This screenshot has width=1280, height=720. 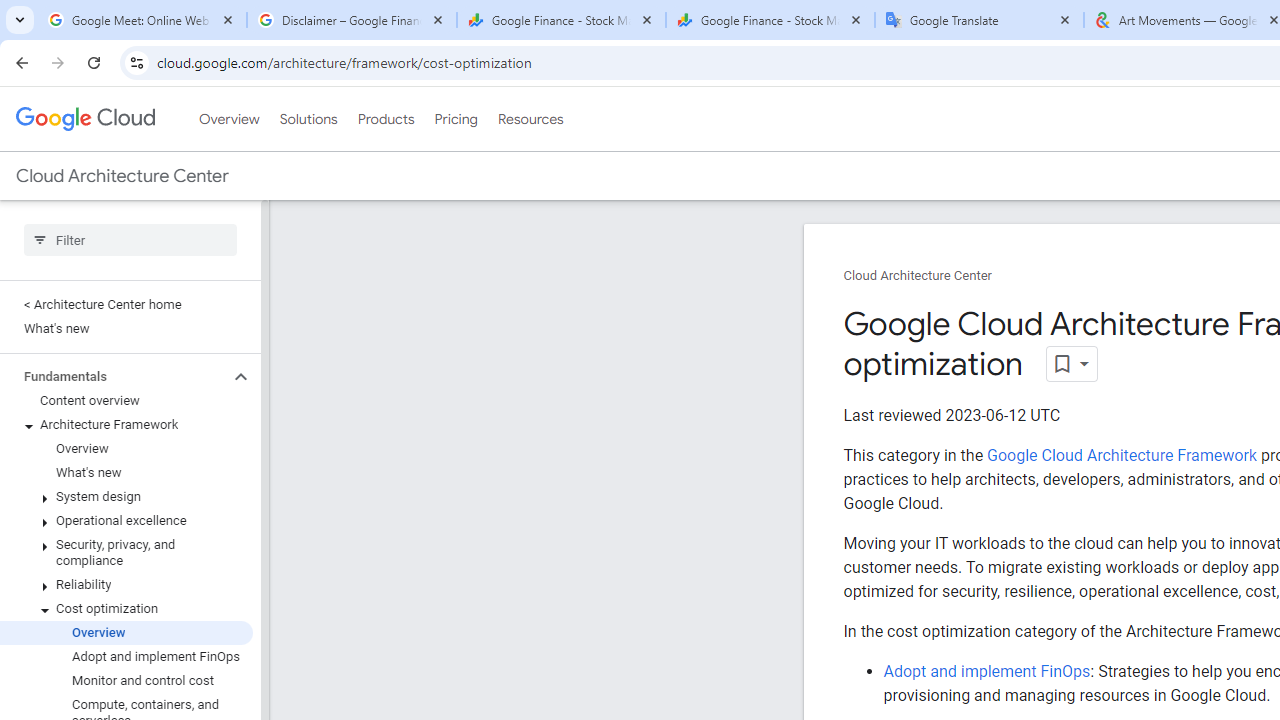 I want to click on 'Security, privacy, and compliance', so click(x=125, y=552).